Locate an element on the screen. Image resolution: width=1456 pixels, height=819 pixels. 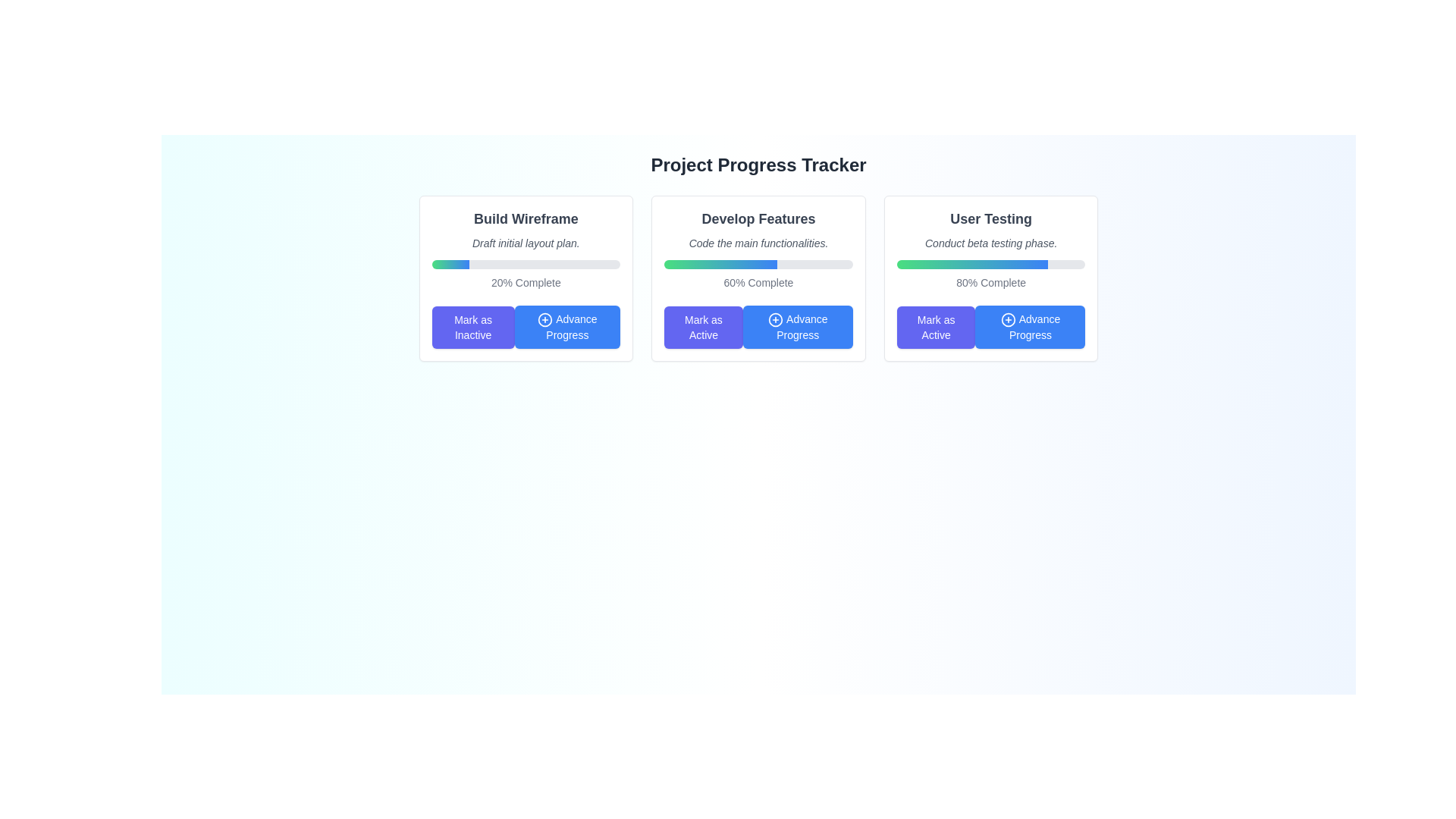
the Progress bar element located in the second card titled 'Develop Features', which is visually represented with a light gray background and a colored fill indicating 60% completion is located at coordinates (758, 263).